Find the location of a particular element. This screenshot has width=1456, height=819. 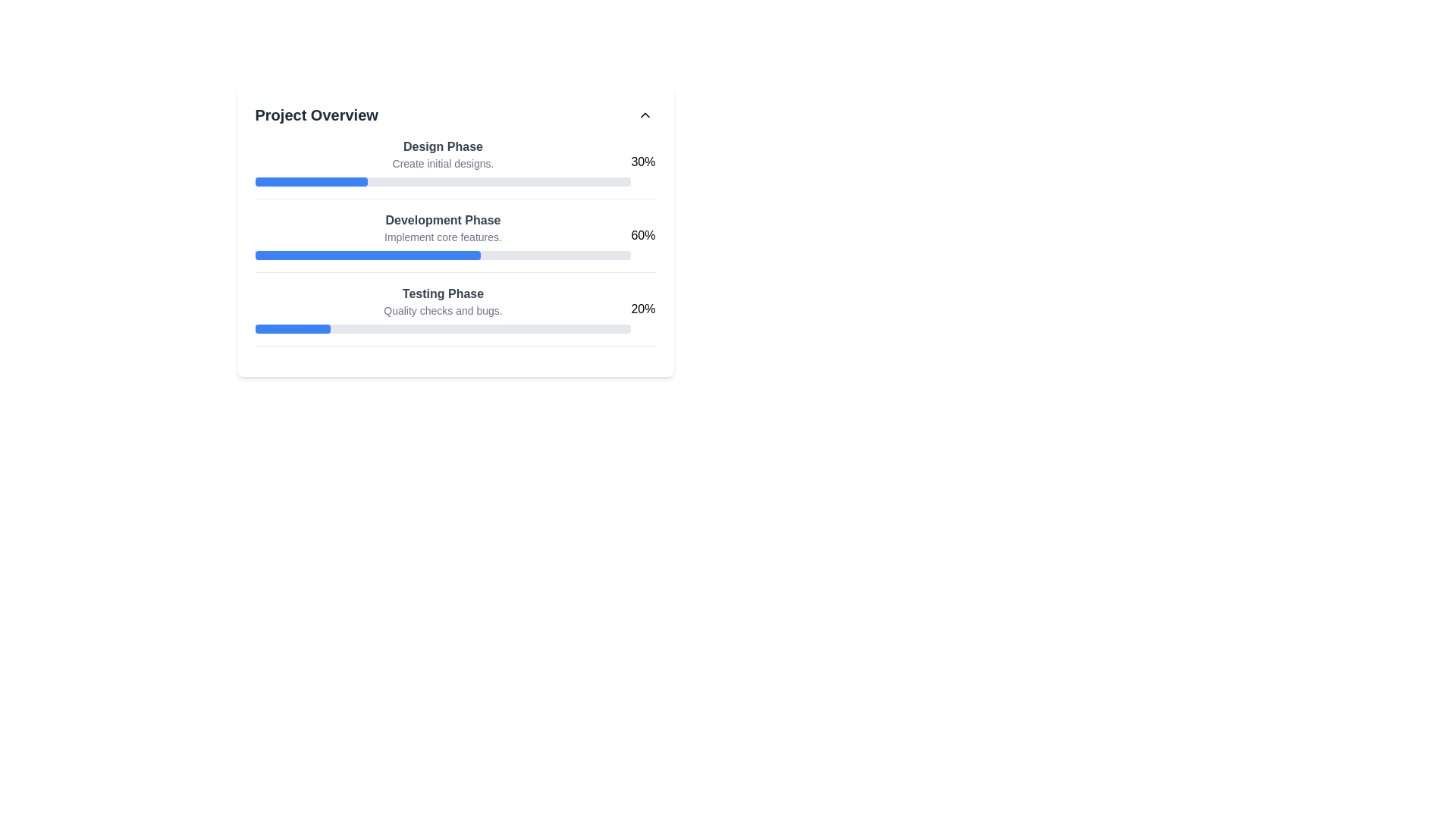

the text block that describes the progress of the 'Testing Phase' in the project overview section, located between the 'Development Phase' and a horizontal separator is located at coordinates (442, 309).